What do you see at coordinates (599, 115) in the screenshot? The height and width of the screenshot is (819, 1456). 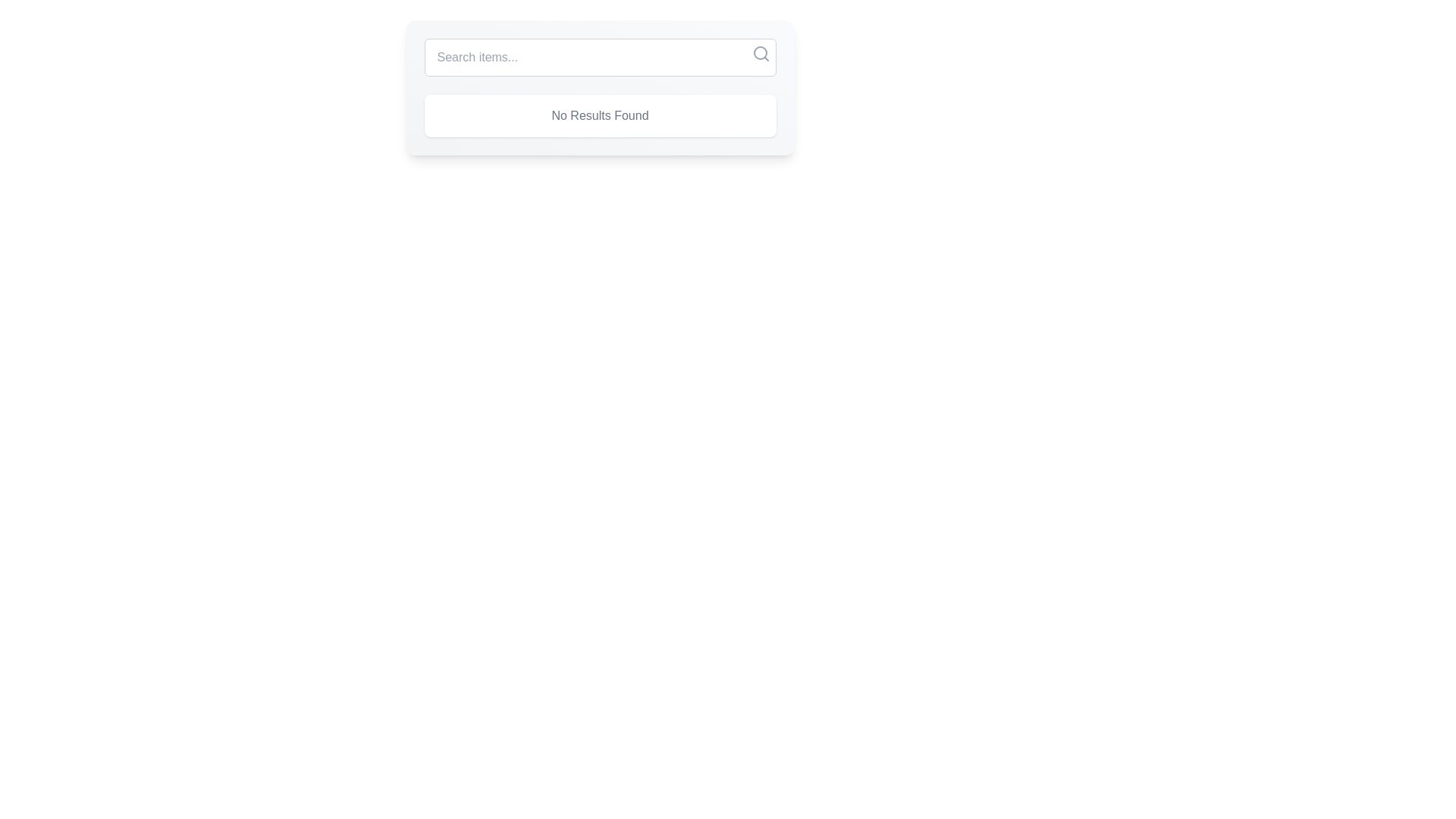 I see `the label displaying 'No Results Found', which is a white rectangular box with rounded corners located below the search bar` at bounding box center [599, 115].